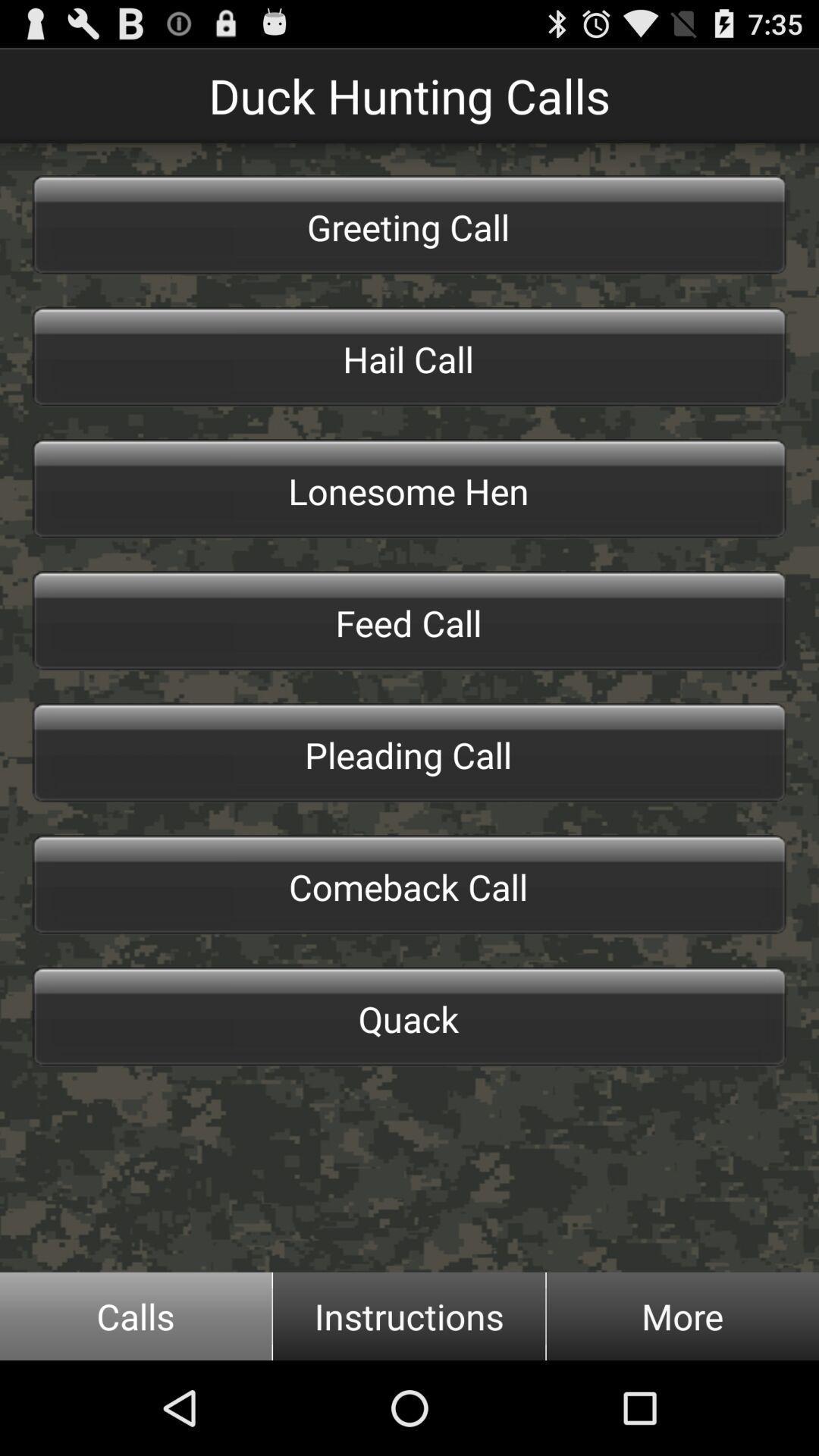  Describe the element at coordinates (409, 1016) in the screenshot. I see `the icon below the comeback call icon` at that location.